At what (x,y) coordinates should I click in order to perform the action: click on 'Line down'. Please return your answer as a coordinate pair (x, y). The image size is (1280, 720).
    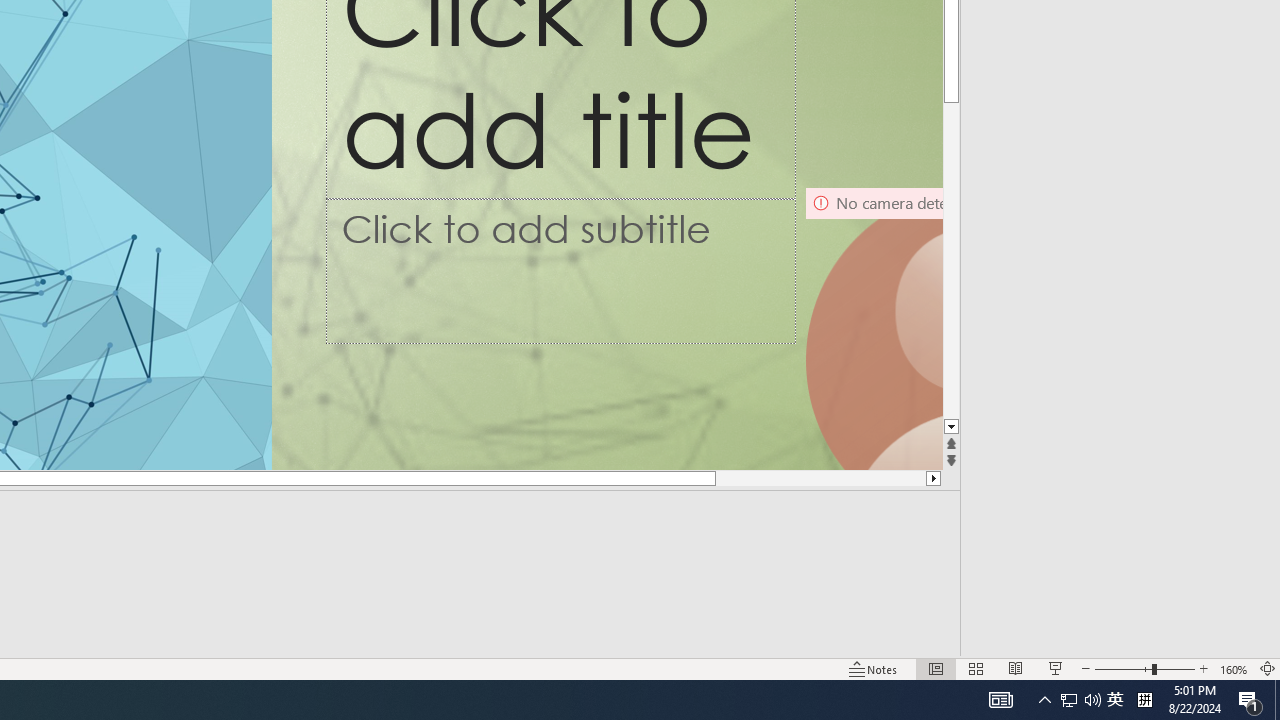
    Looking at the image, I should click on (950, 426).